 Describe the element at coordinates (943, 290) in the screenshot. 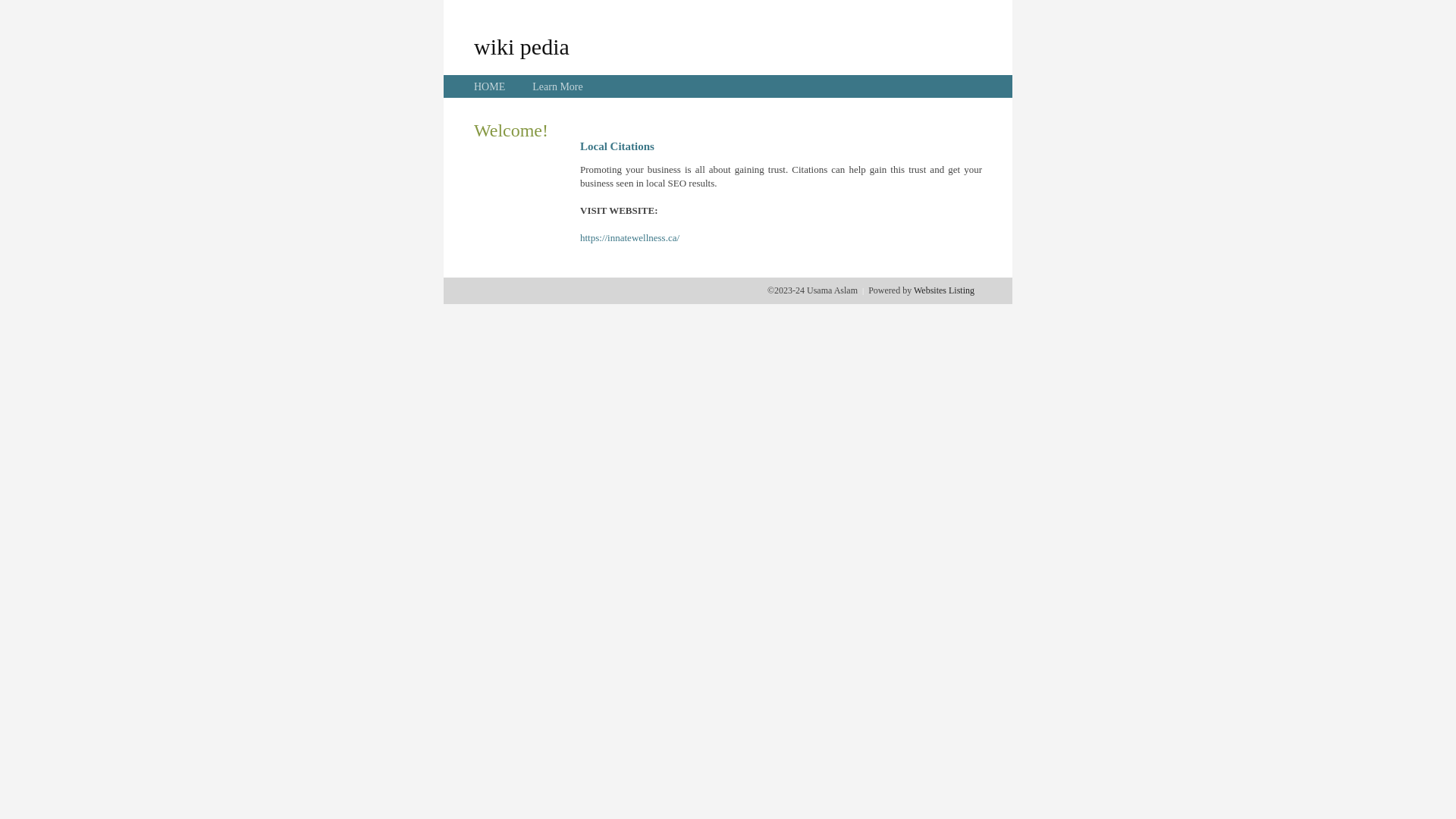

I see `'Websites Listing'` at that location.